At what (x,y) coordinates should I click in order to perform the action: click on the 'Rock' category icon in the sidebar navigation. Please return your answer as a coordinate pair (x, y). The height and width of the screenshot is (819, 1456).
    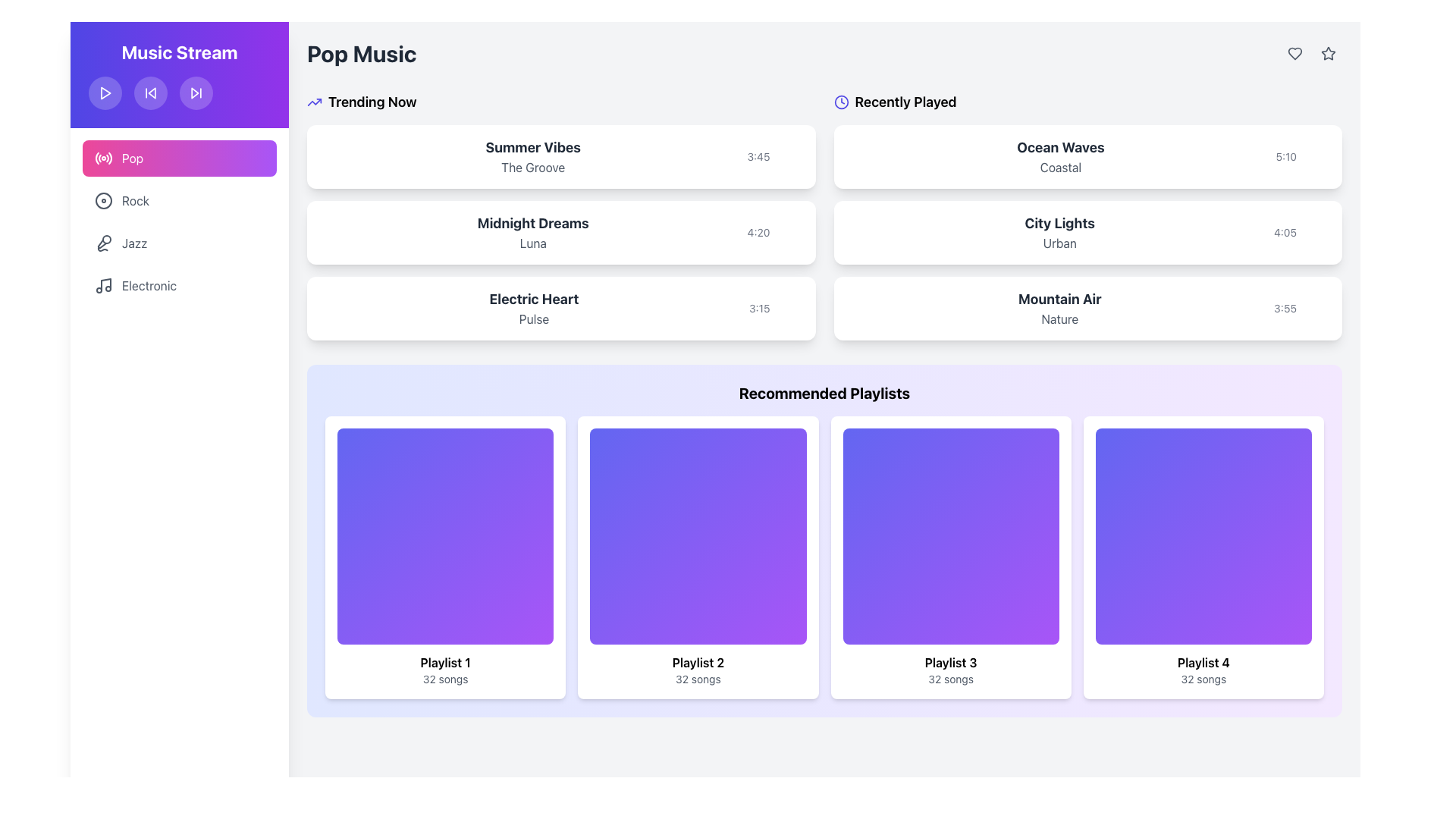
    Looking at the image, I should click on (103, 200).